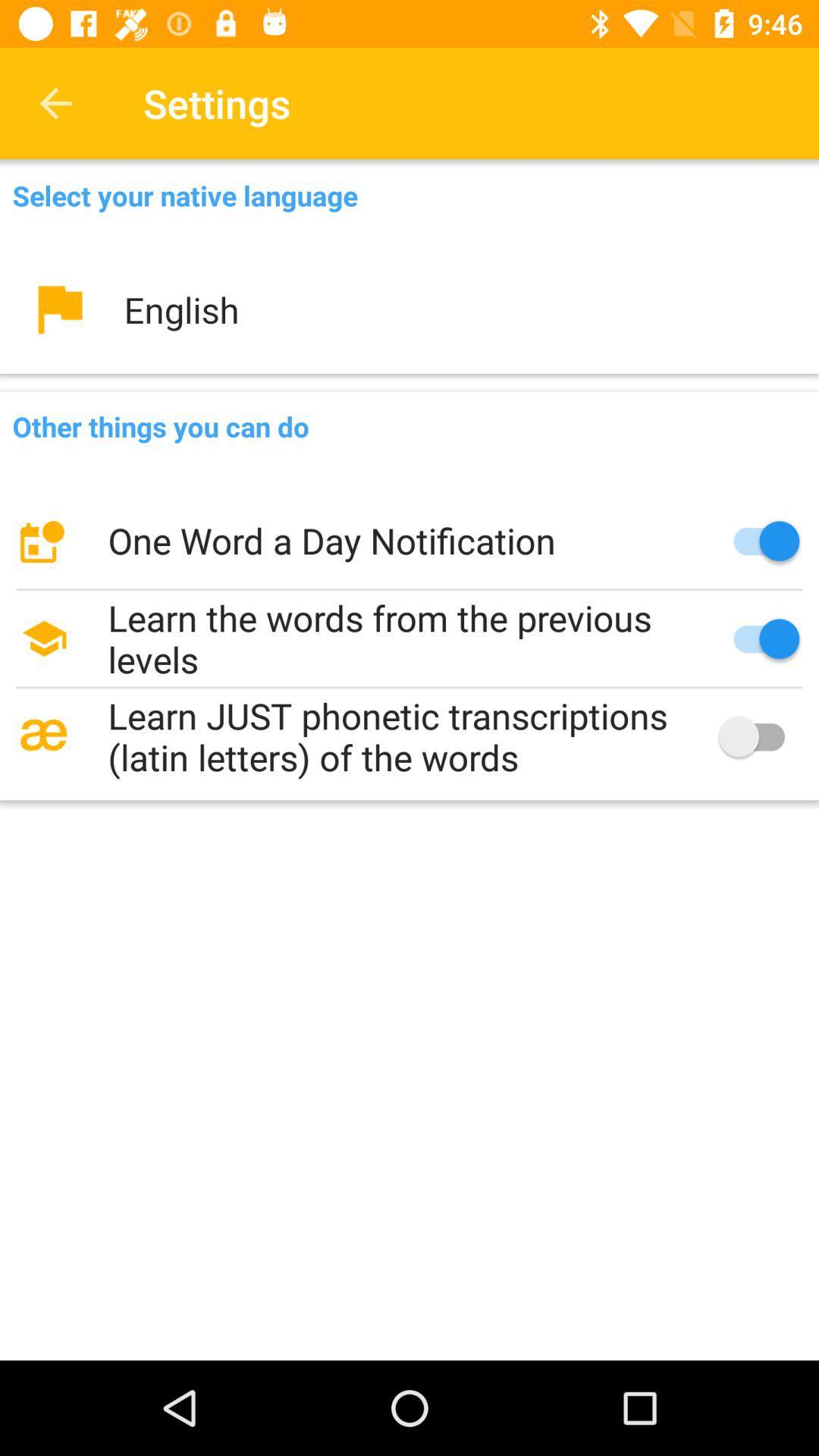 The height and width of the screenshot is (1456, 819). What do you see at coordinates (409, 736) in the screenshot?
I see `the learn just phonetic` at bounding box center [409, 736].